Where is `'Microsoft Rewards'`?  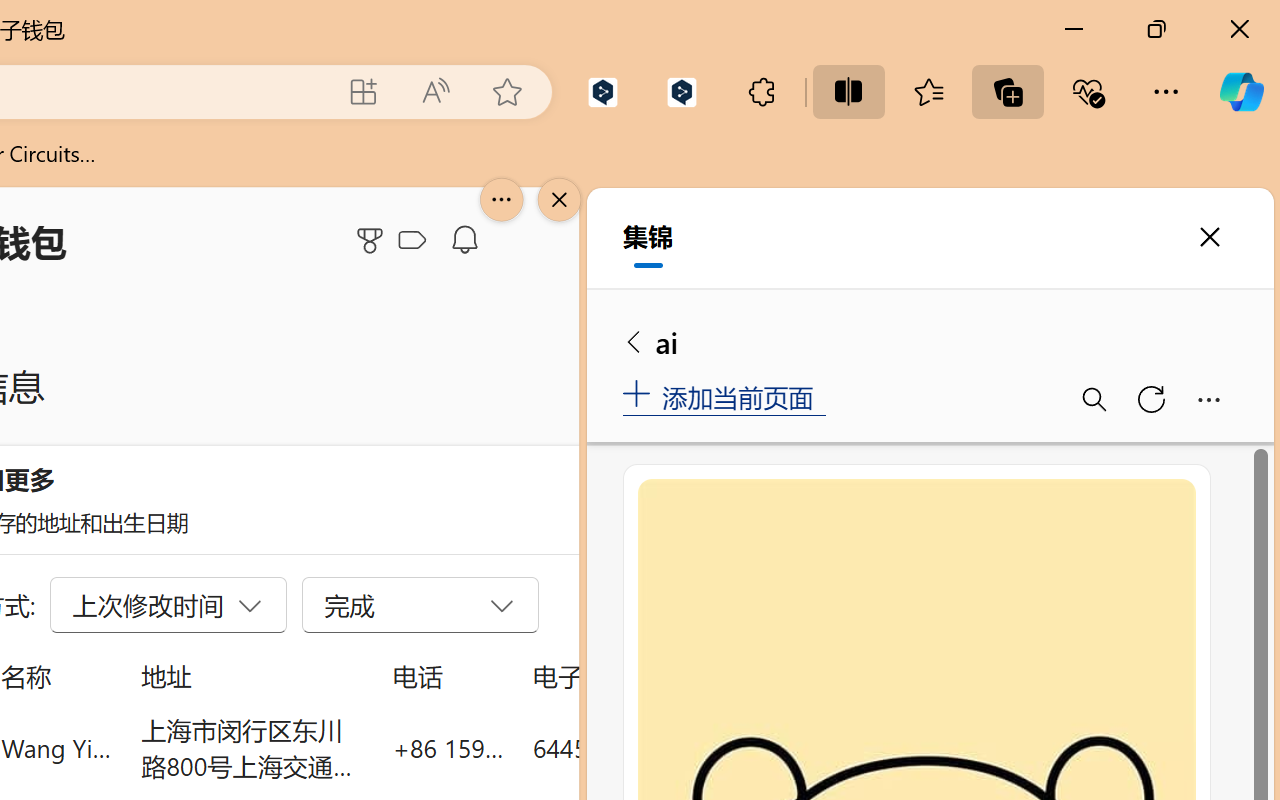 'Microsoft Rewards' is located at coordinates (373, 239).